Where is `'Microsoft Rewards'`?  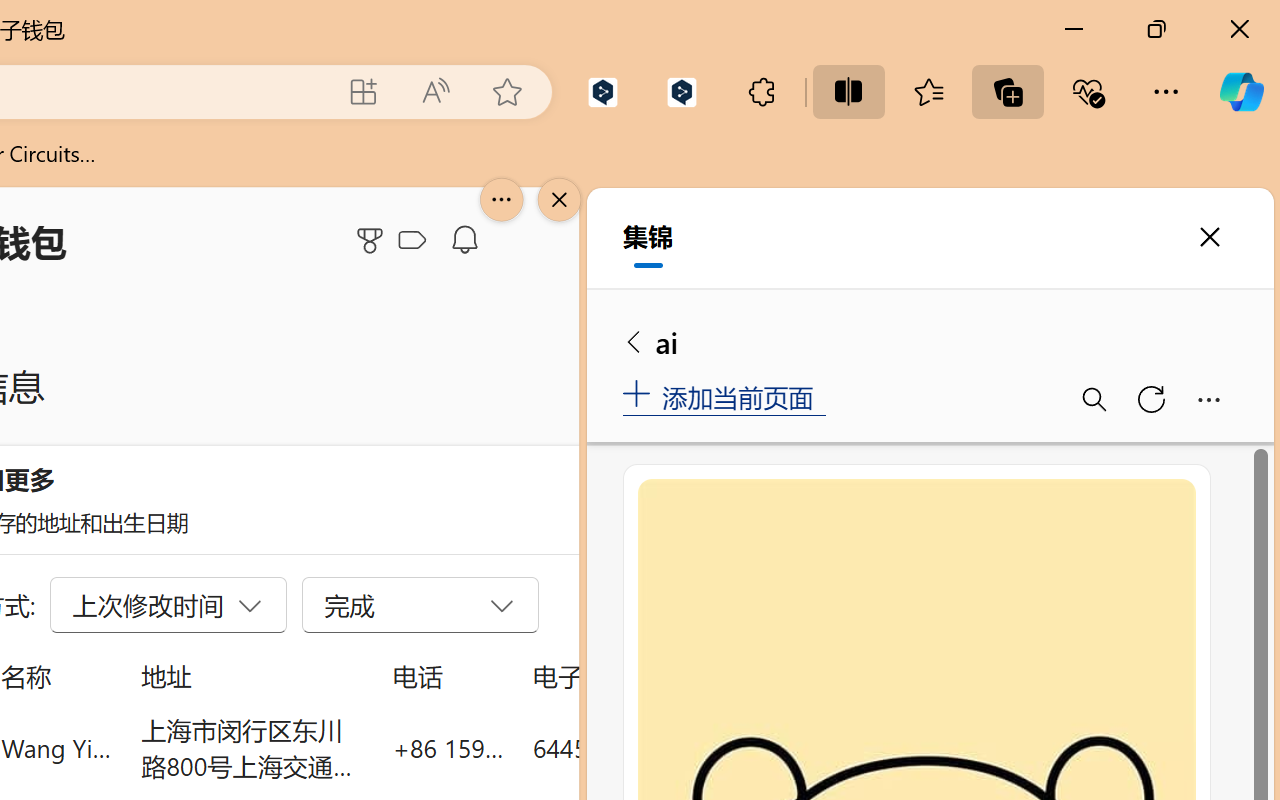 'Microsoft Rewards' is located at coordinates (373, 239).